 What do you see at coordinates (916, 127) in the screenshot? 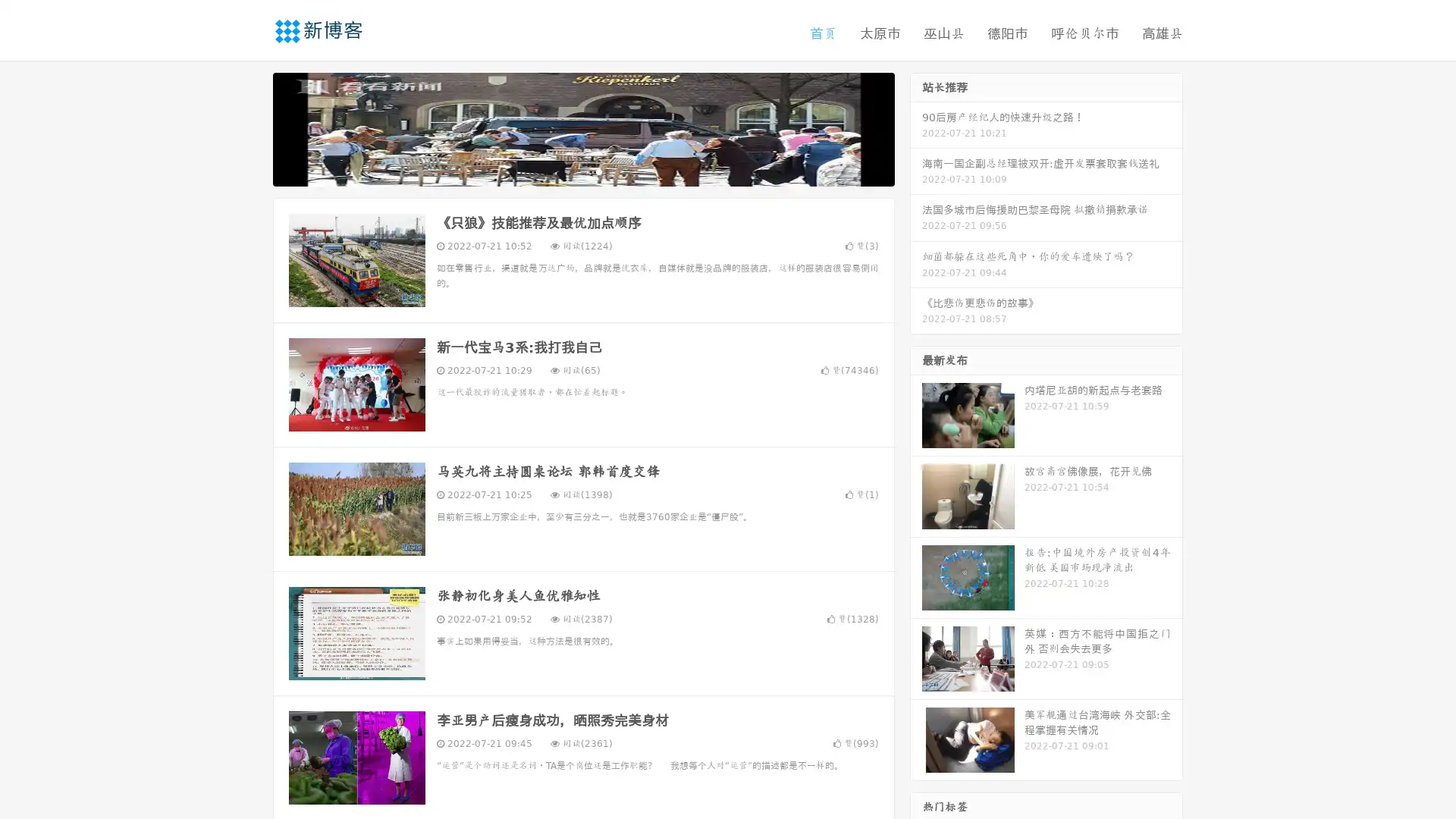
I see `Next slide` at bounding box center [916, 127].